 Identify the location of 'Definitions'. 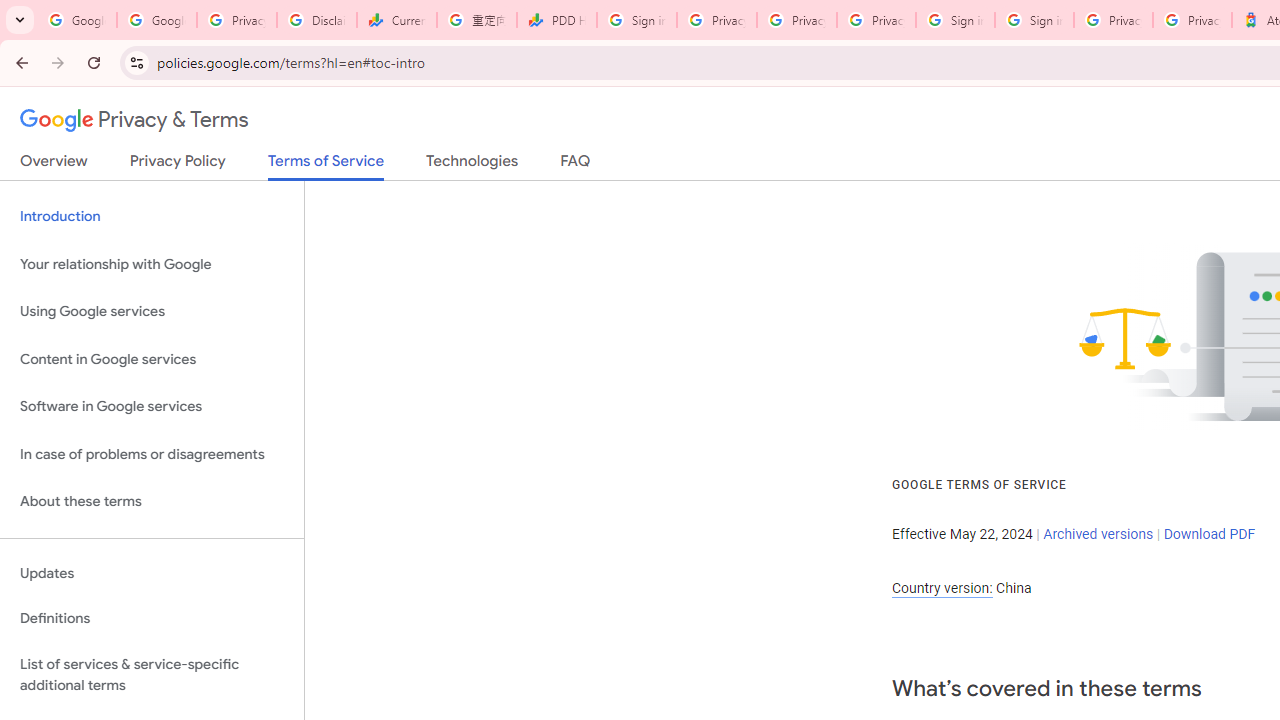
(151, 618).